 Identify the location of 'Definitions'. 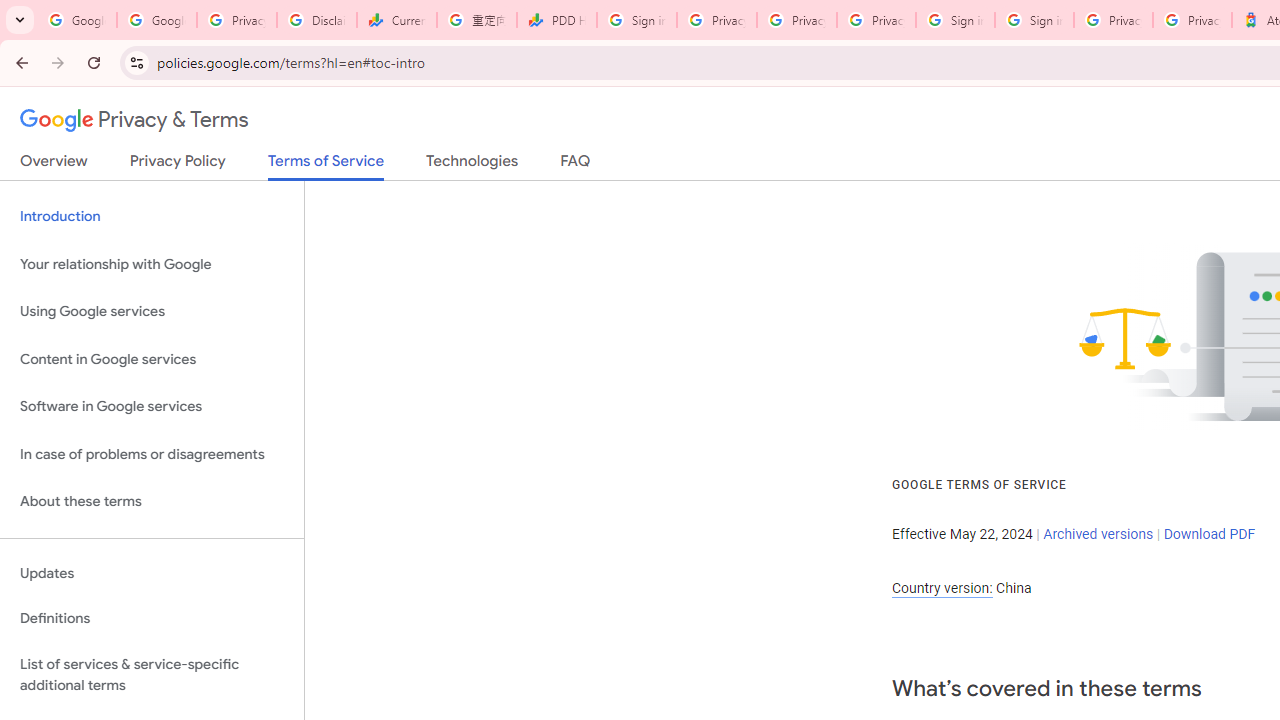
(151, 618).